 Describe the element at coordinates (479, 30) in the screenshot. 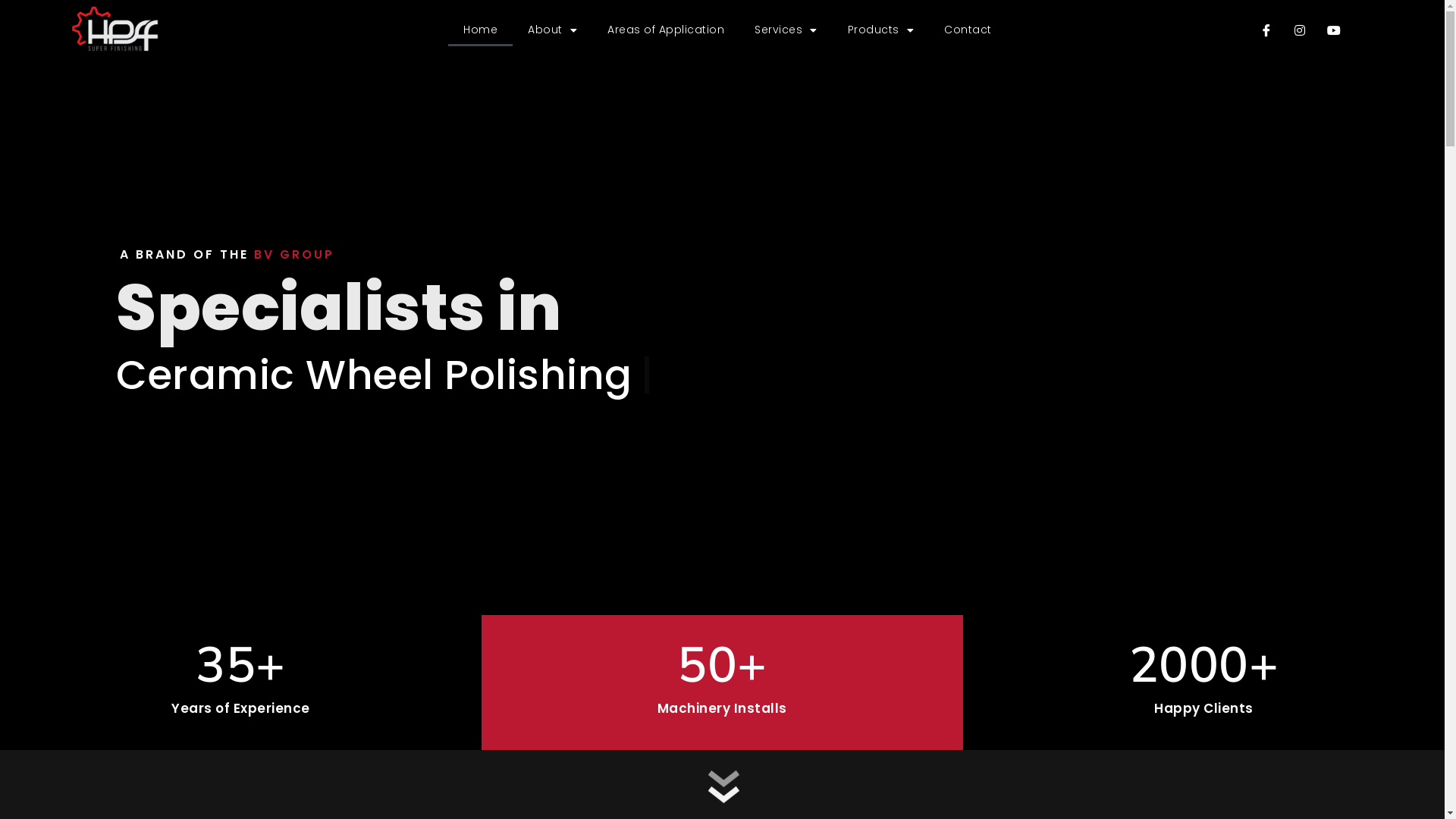

I see `'Home'` at that location.